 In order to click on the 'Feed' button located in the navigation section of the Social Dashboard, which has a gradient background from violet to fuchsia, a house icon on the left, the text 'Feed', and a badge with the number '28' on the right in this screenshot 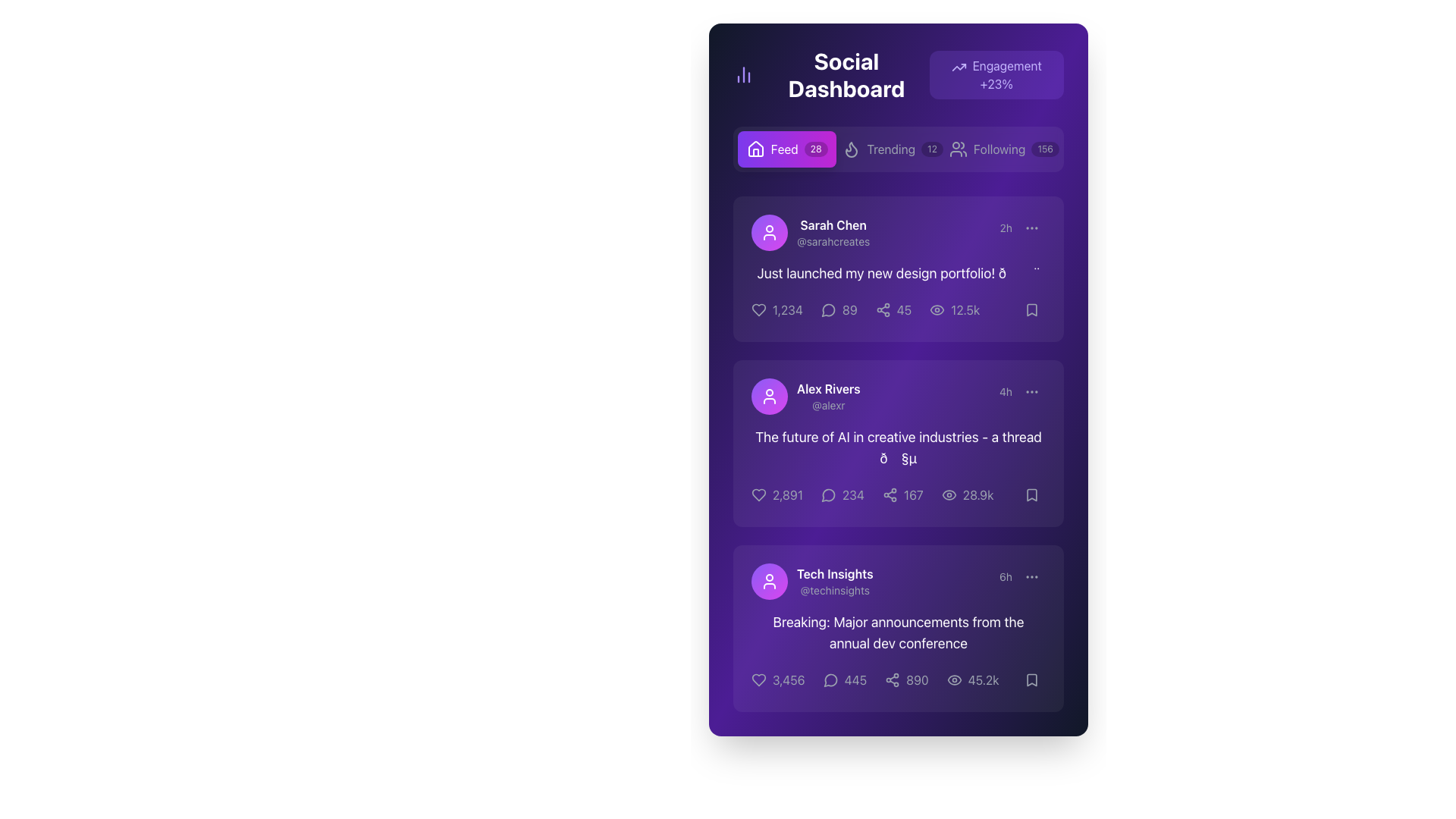, I will do `click(787, 149)`.